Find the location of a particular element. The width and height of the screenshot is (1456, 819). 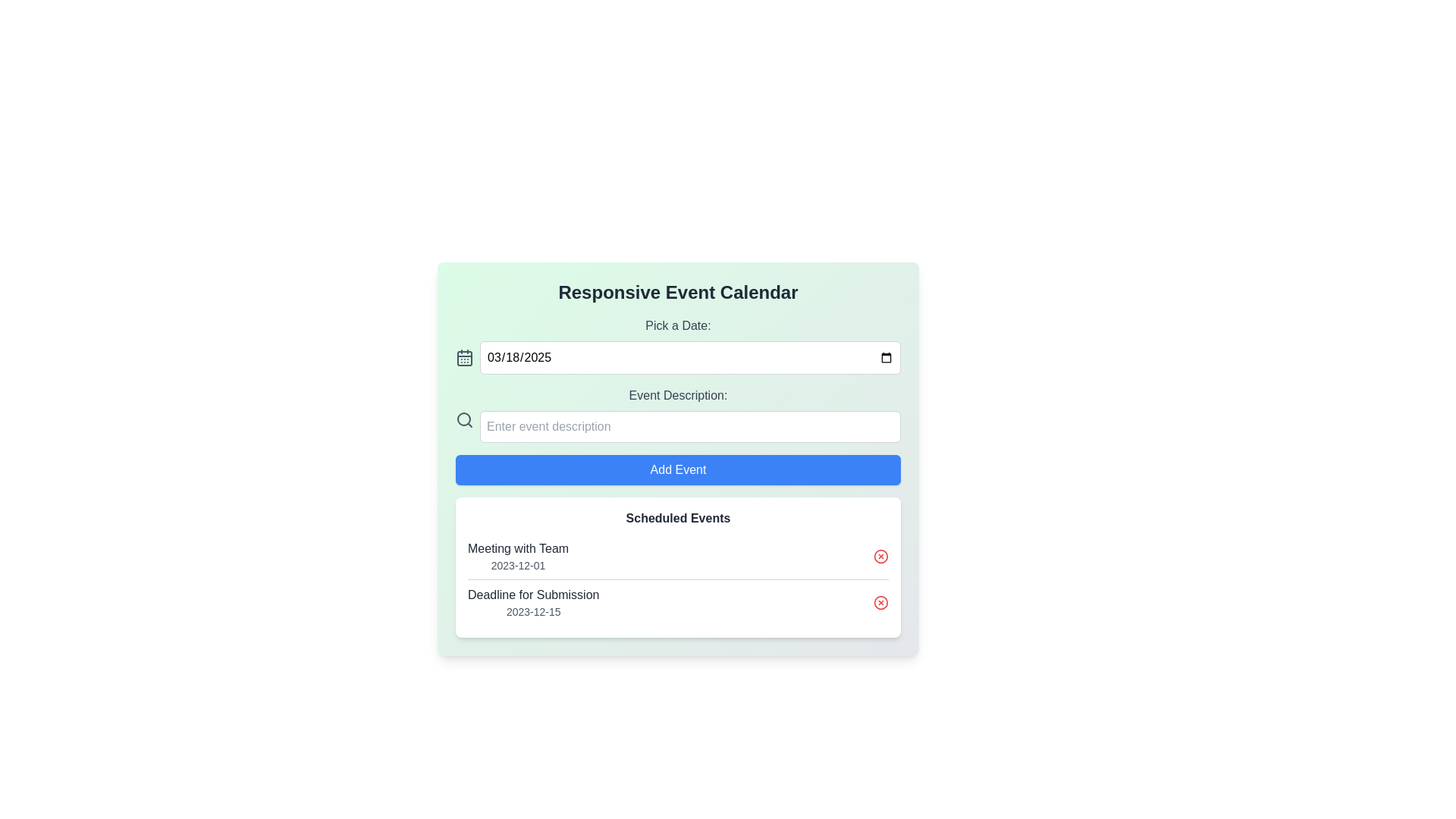

the text input field located below the date picker in the 'Responsive Event Calendar' to focus on it is located at coordinates (677, 415).